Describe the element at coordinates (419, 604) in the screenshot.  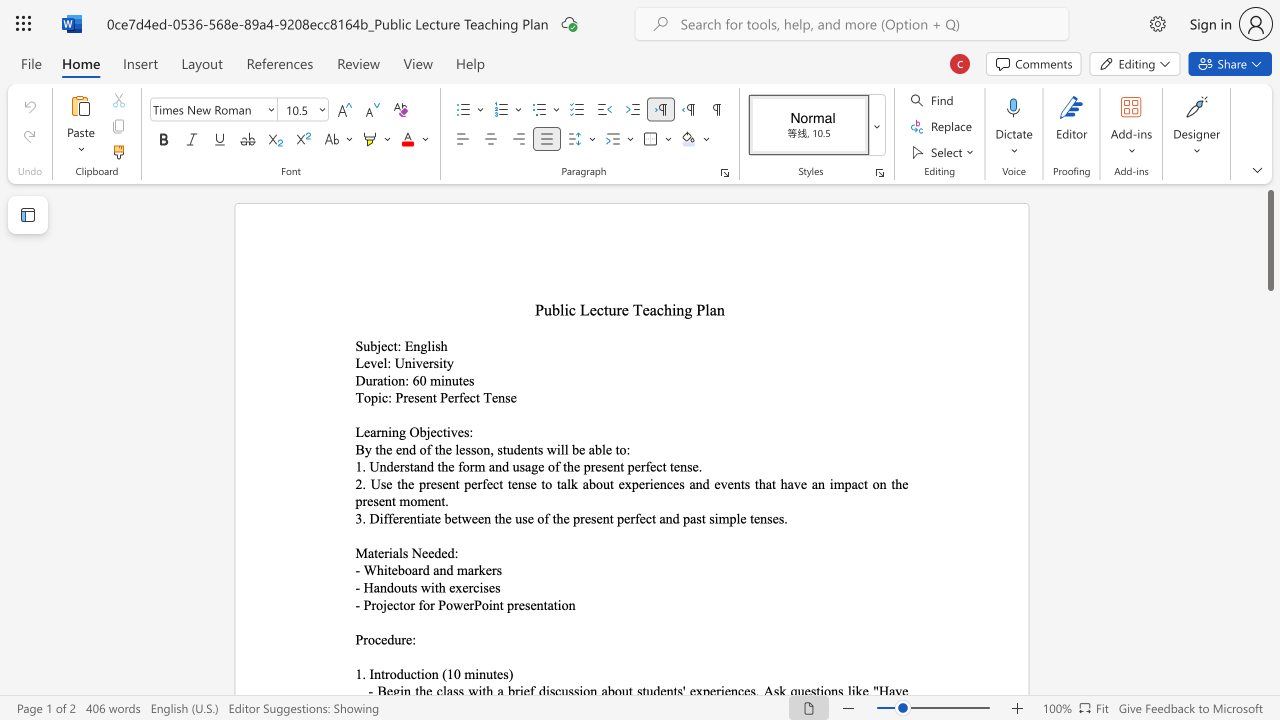
I see `the 1th character "f" in the text` at that location.